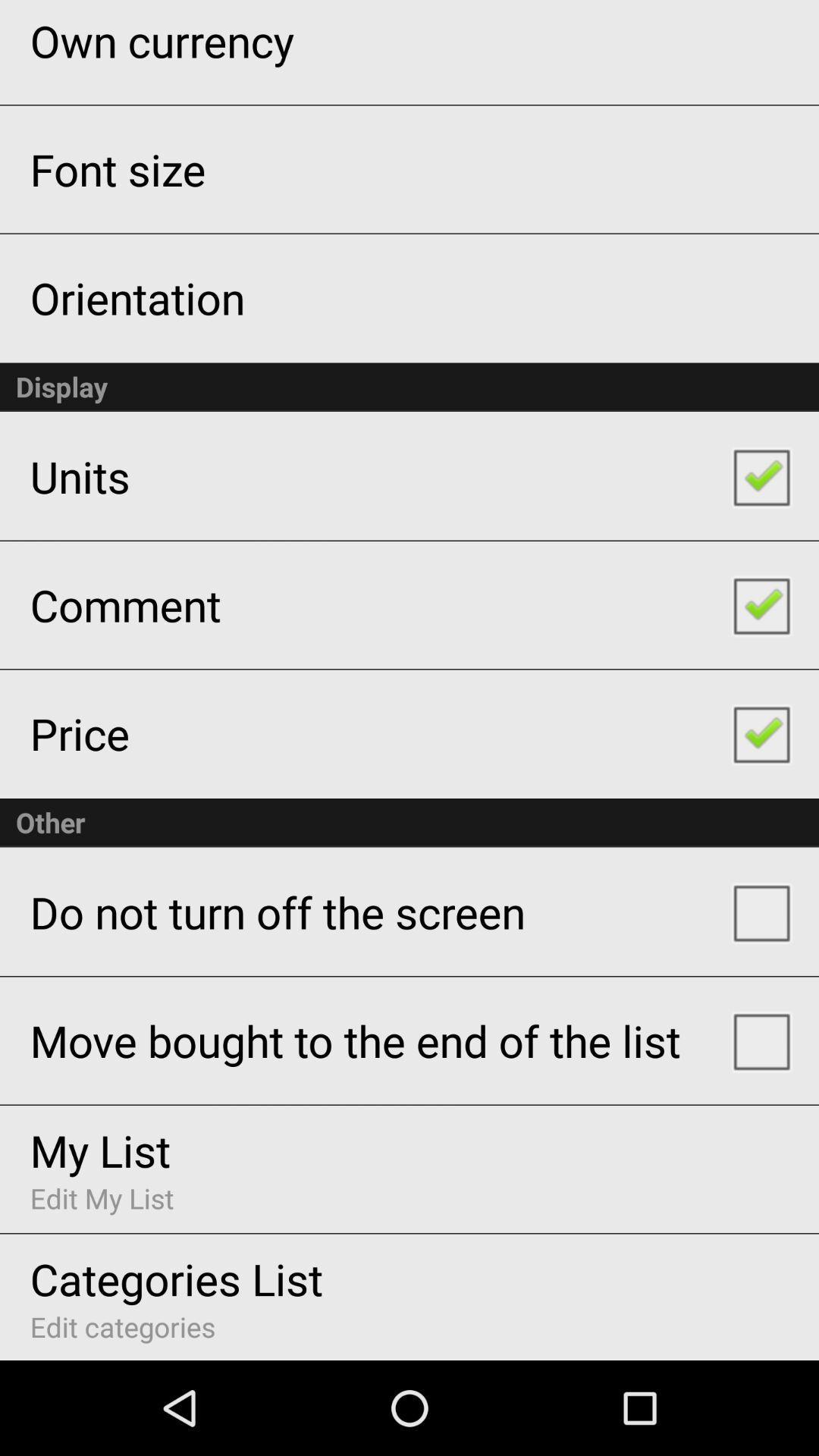 The height and width of the screenshot is (1456, 819). Describe the element at coordinates (409, 387) in the screenshot. I see `the display app` at that location.